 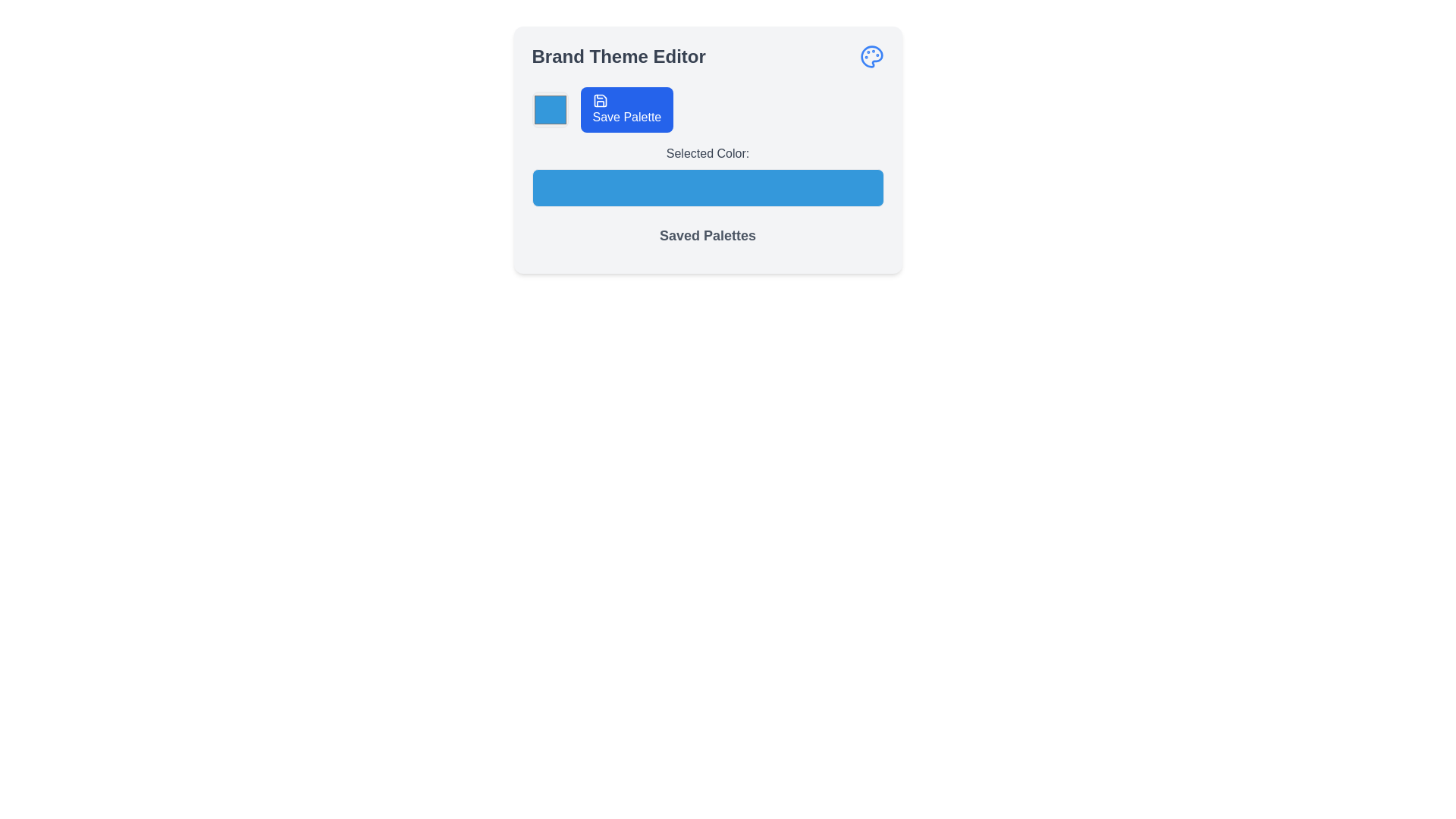 What do you see at coordinates (871, 55) in the screenshot?
I see `the icon representing the color palette in the header section of the 'Brand Theme Editor' panel` at bounding box center [871, 55].